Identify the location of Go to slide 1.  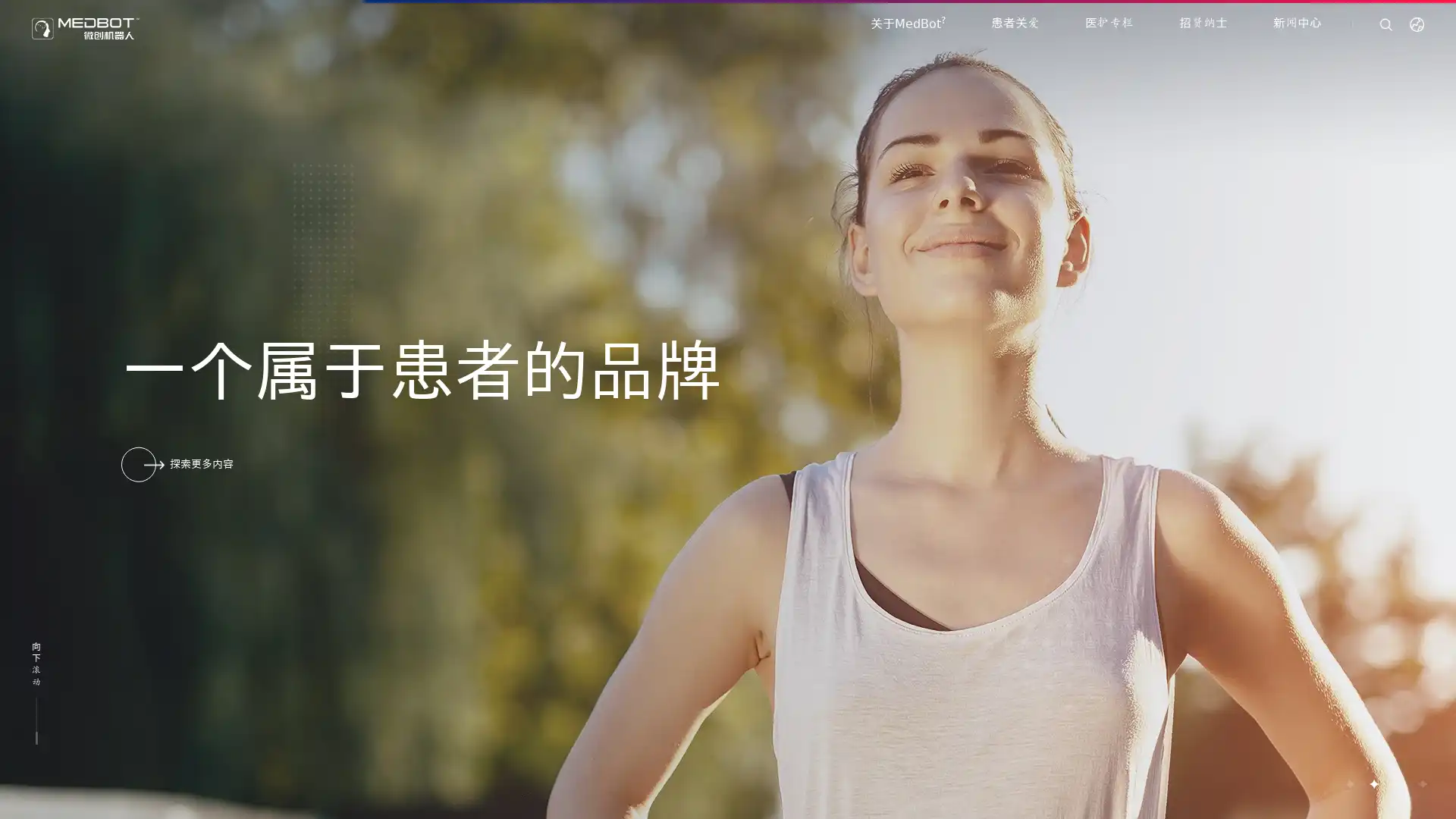
(1349, 783).